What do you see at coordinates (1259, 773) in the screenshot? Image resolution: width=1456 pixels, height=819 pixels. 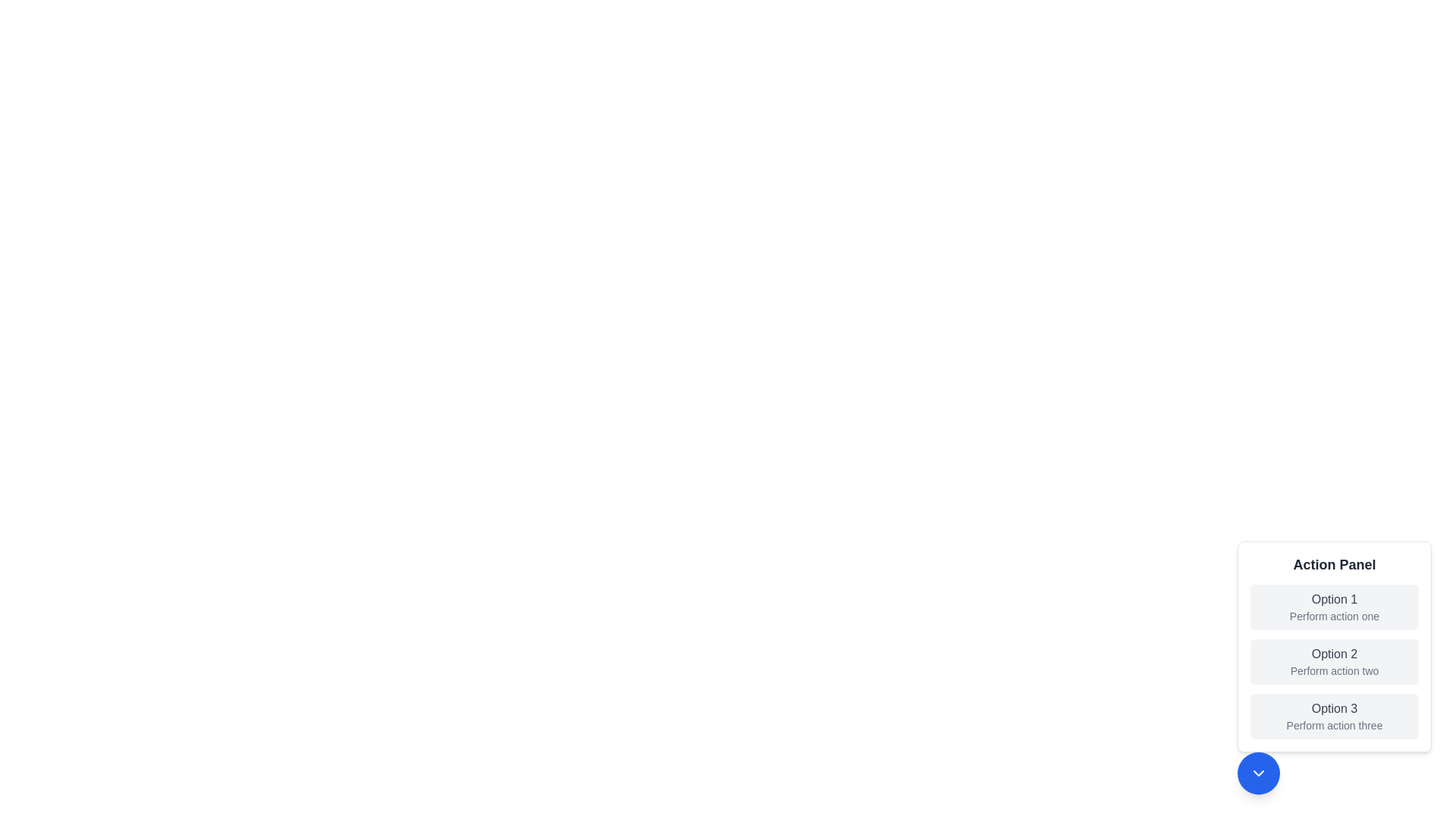 I see `the downward-facing chevron icon contained within the circular blue button located at the bottom-right region of the interface` at bounding box center [1259, 773].